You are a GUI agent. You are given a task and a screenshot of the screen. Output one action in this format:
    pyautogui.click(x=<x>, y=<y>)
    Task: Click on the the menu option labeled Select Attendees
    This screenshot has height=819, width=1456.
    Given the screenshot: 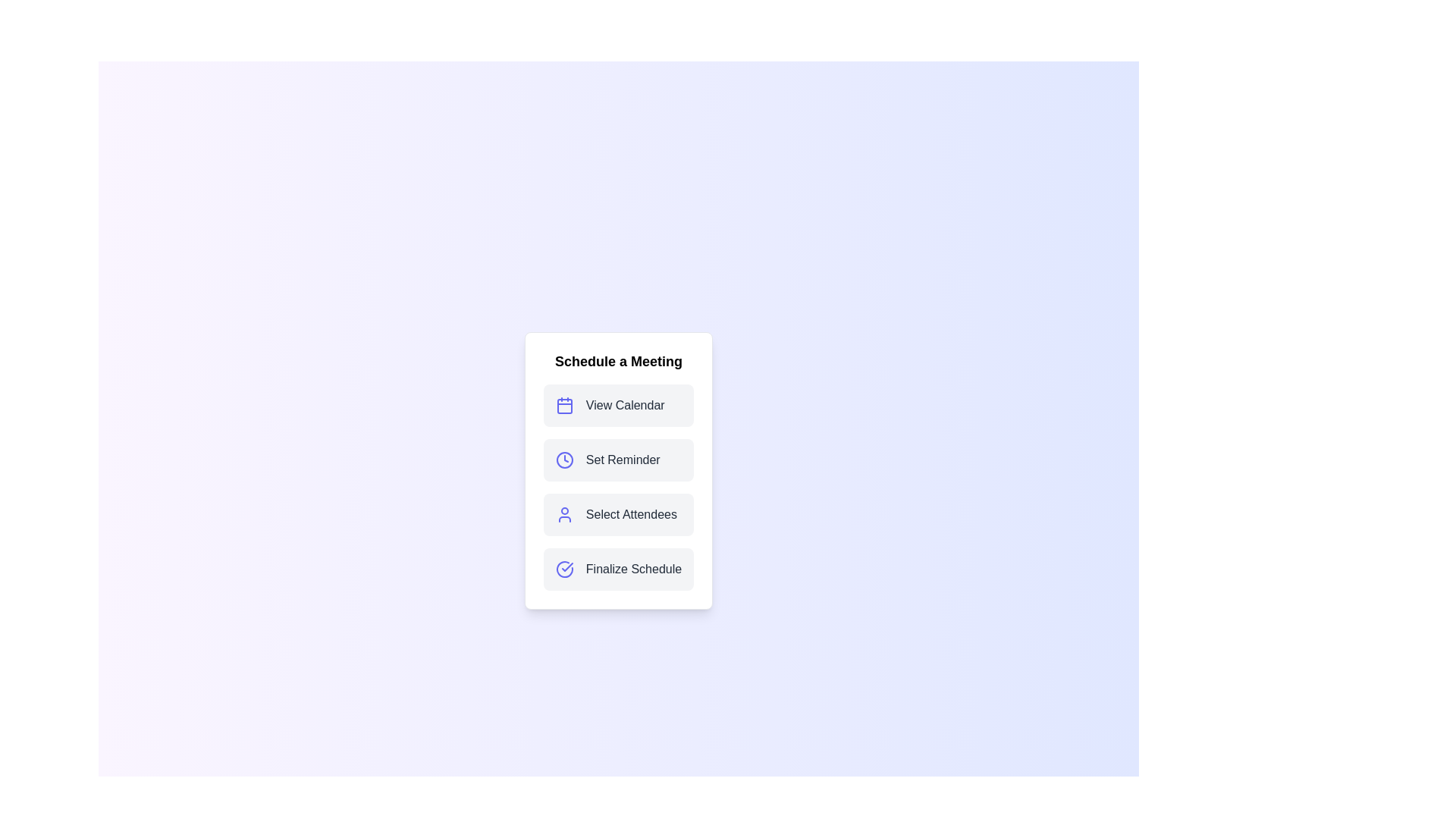 What is the action you would take?
    pyautogui.click(x=619, y=513)
    